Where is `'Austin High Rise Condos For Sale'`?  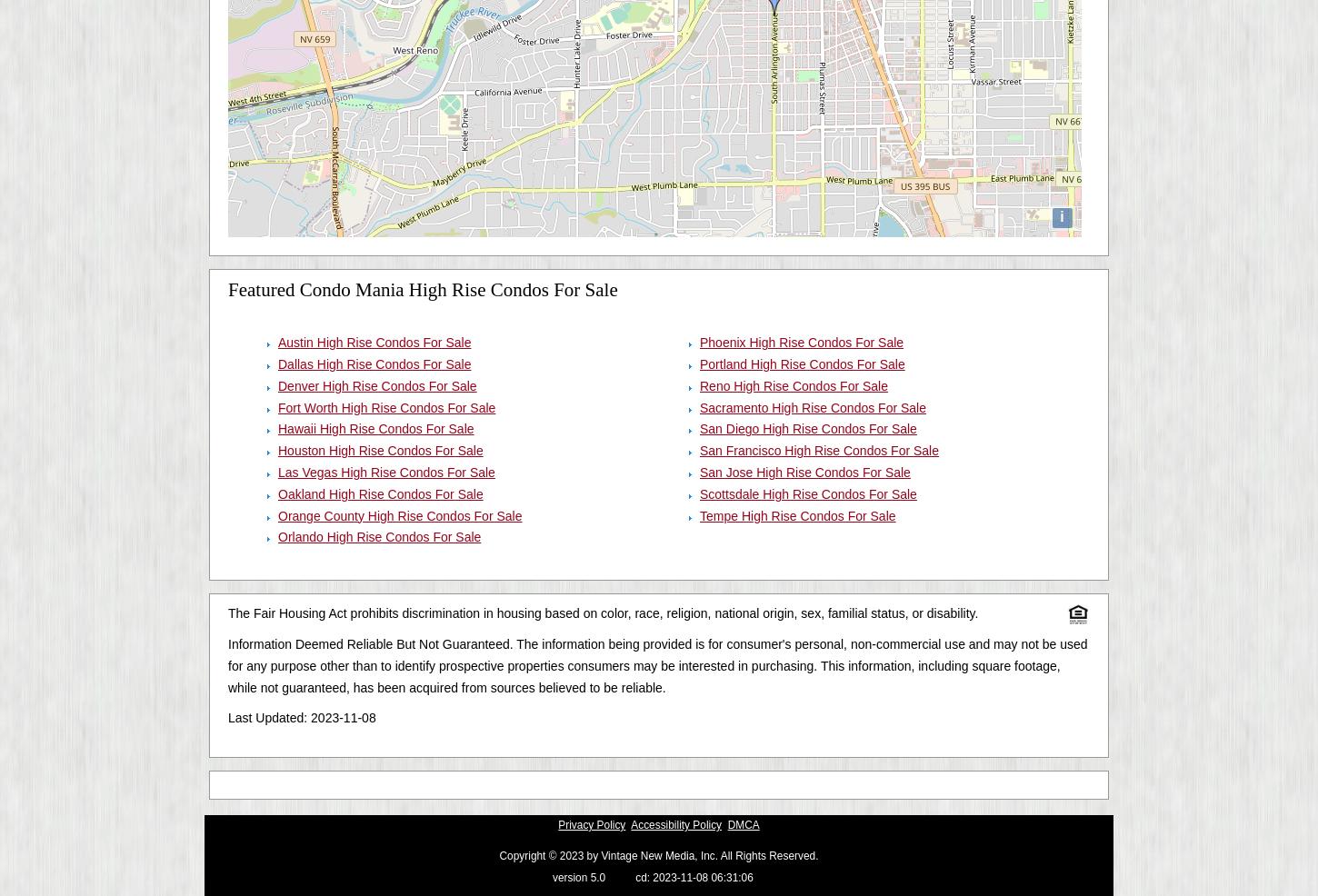
'Austin High Rise Condos For Sale' is located at coordinates (373, 342).